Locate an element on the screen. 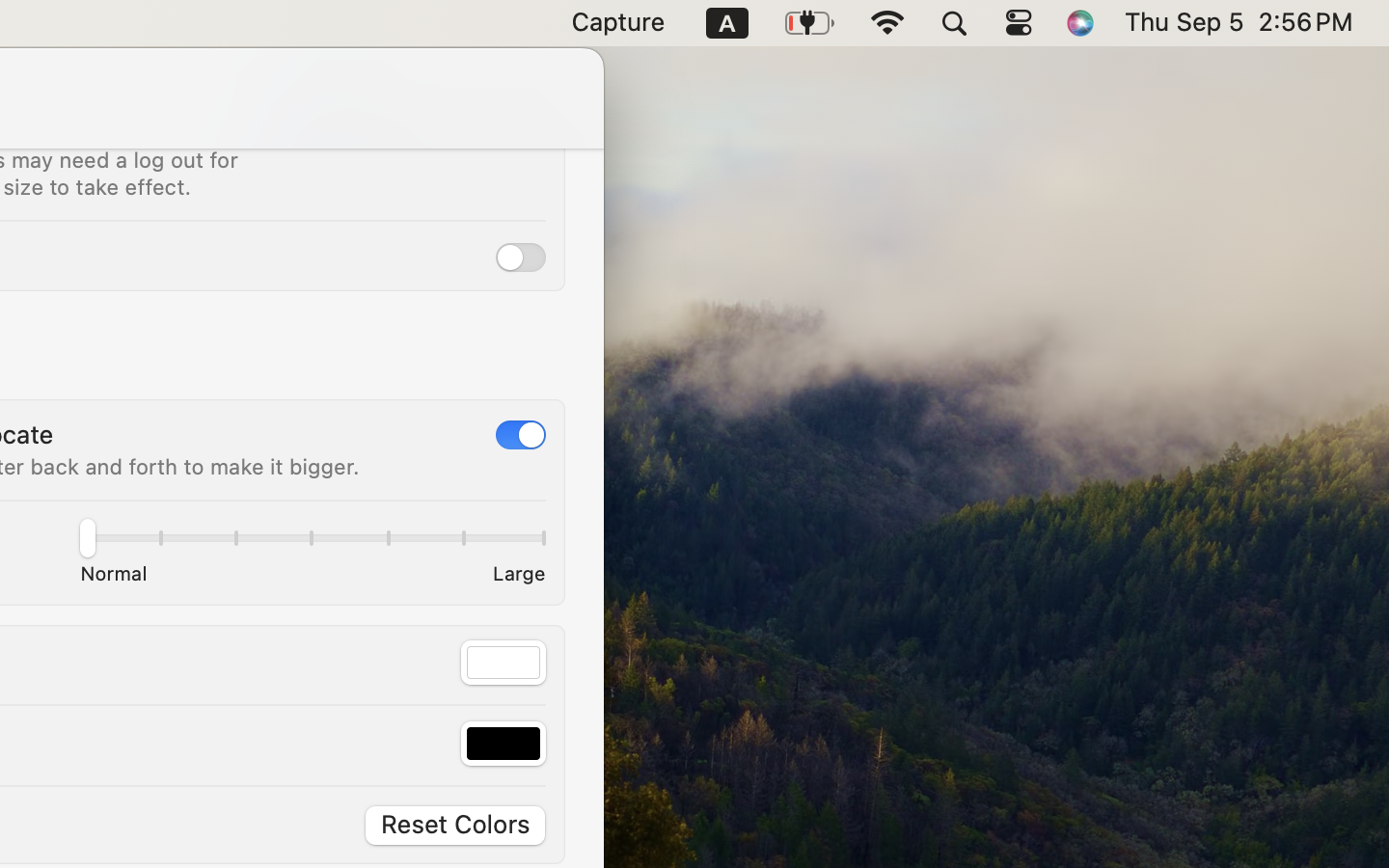  'rgb 1 1 1 1' is located at coordinates (503, 661).